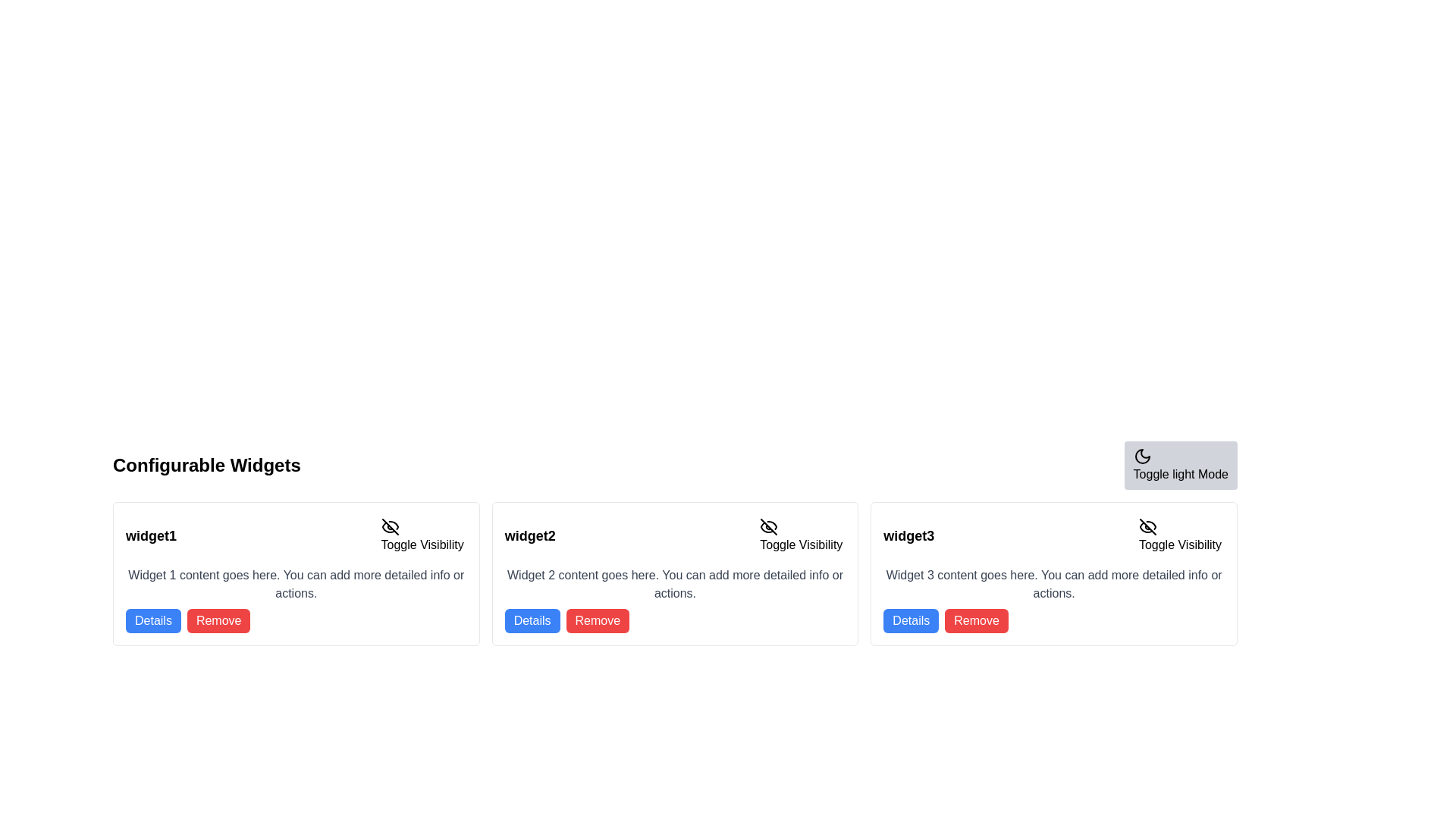  Describe the element at coordinates (1147, 526) in the screenshot. I see `the visibility toggle icon located in the 'Toggle Visibility' section of the third widget` at that location.